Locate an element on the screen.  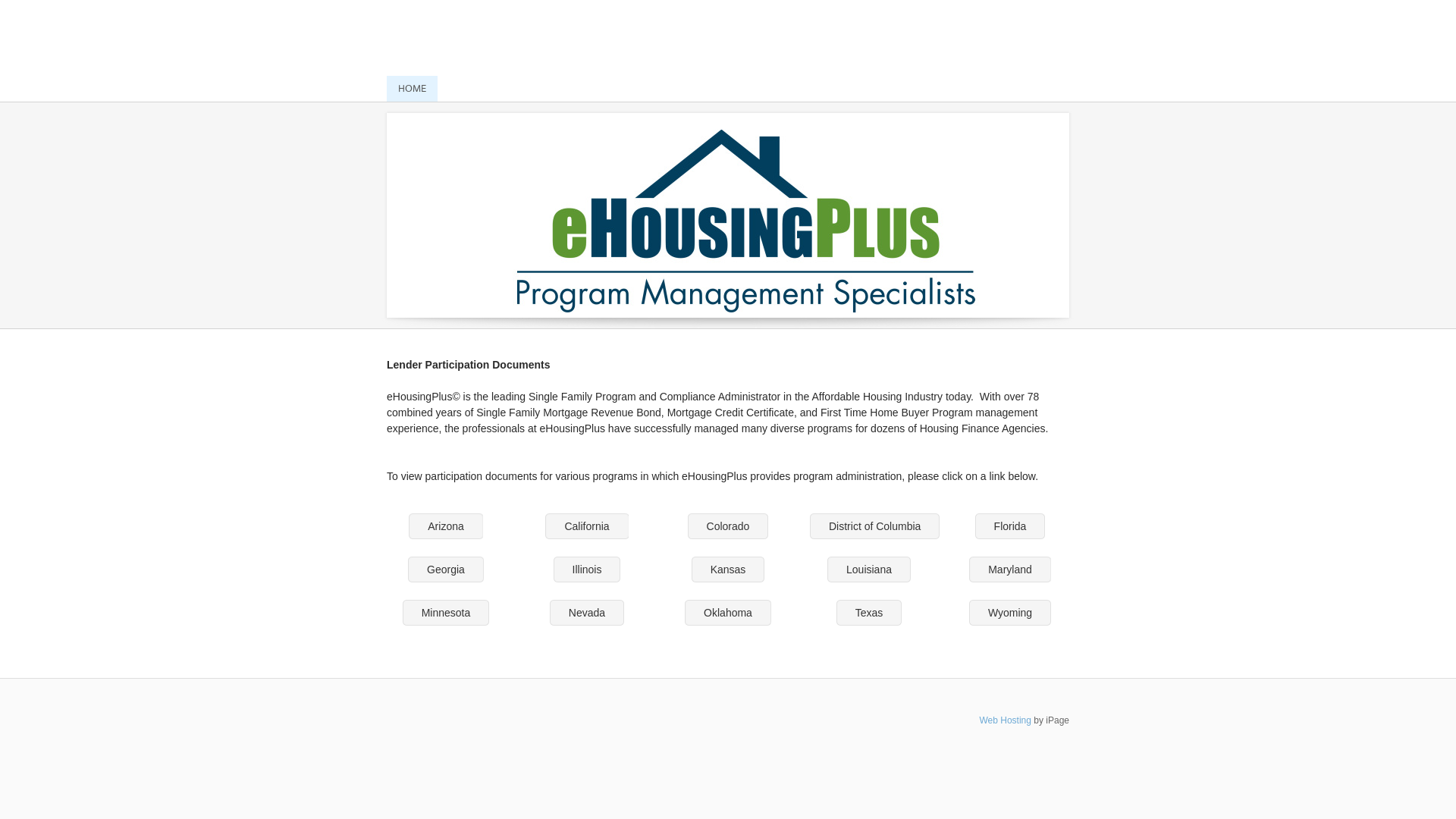
'Nevada' is located at coordinates (548, 611).